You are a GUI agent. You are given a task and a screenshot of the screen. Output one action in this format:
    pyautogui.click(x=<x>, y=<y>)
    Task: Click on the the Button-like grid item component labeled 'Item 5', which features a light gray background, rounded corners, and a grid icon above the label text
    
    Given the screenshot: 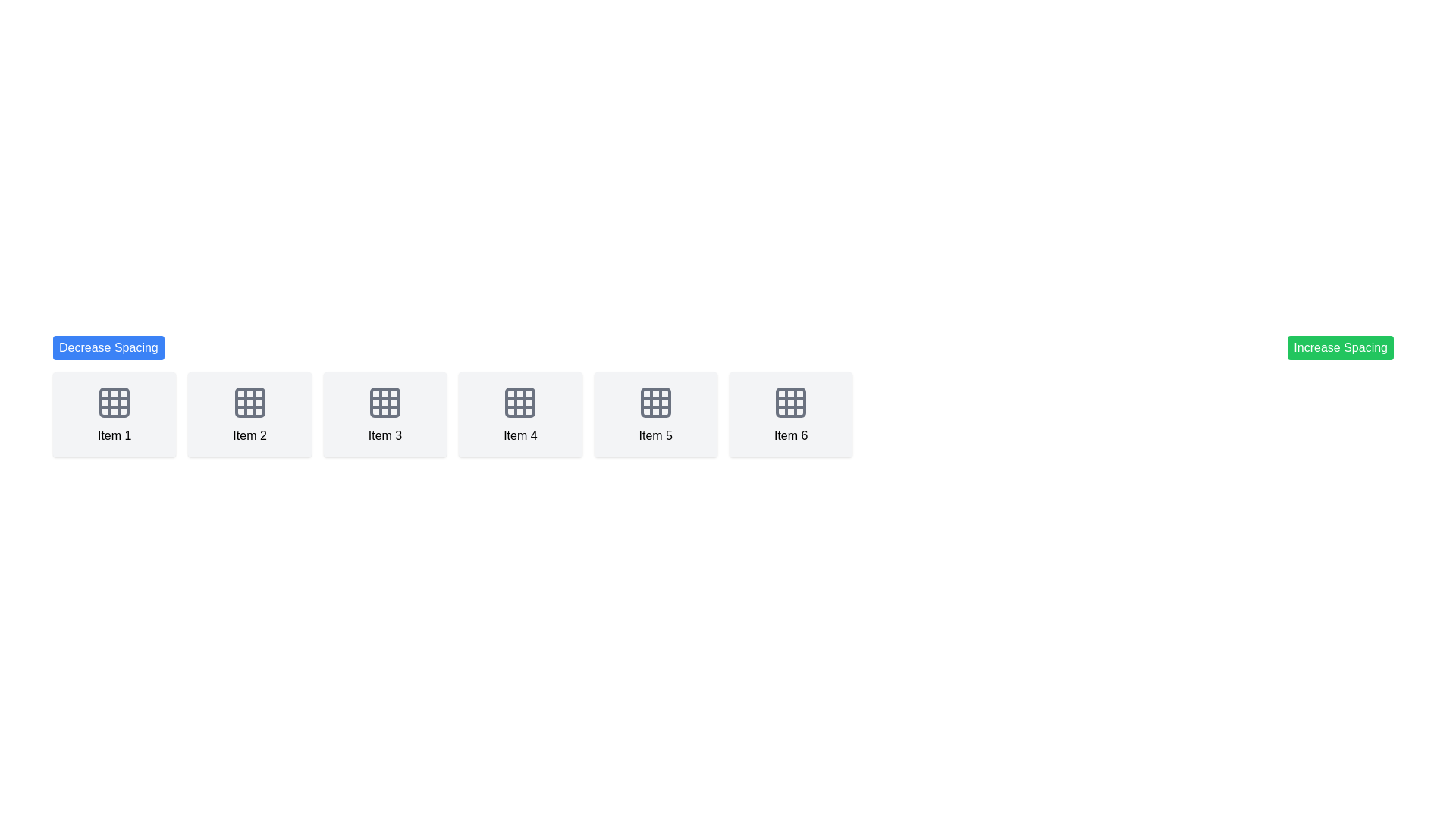 What is the action you would take?
    pyautogui.click(x=655, y=415)
    